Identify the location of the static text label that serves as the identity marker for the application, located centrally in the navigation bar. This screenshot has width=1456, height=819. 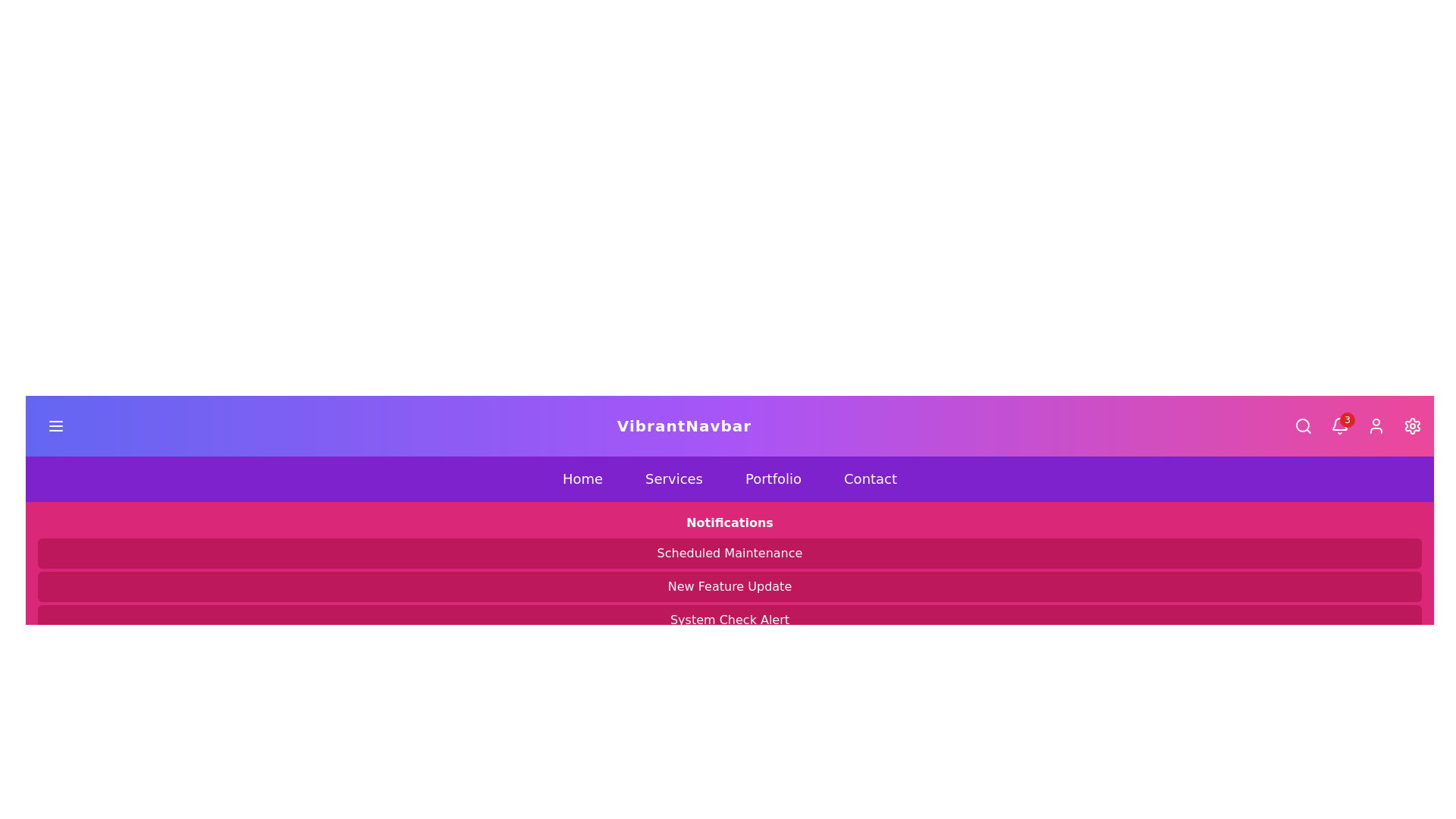
(683, 426).